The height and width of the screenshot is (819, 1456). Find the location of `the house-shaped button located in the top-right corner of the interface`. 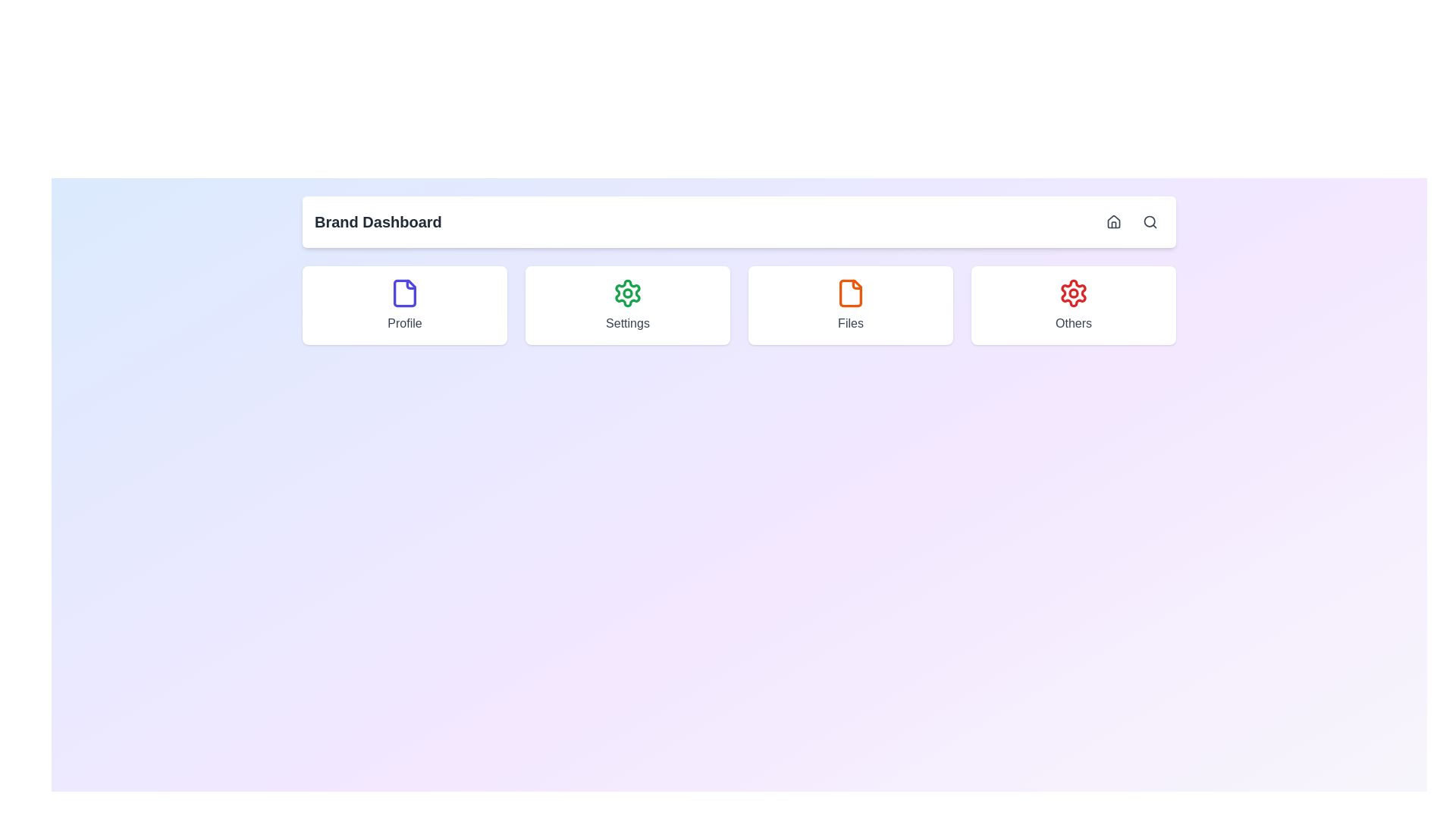

the house-shaped button located in the top-right corner of the interface is located at coordinates (1113, 222).